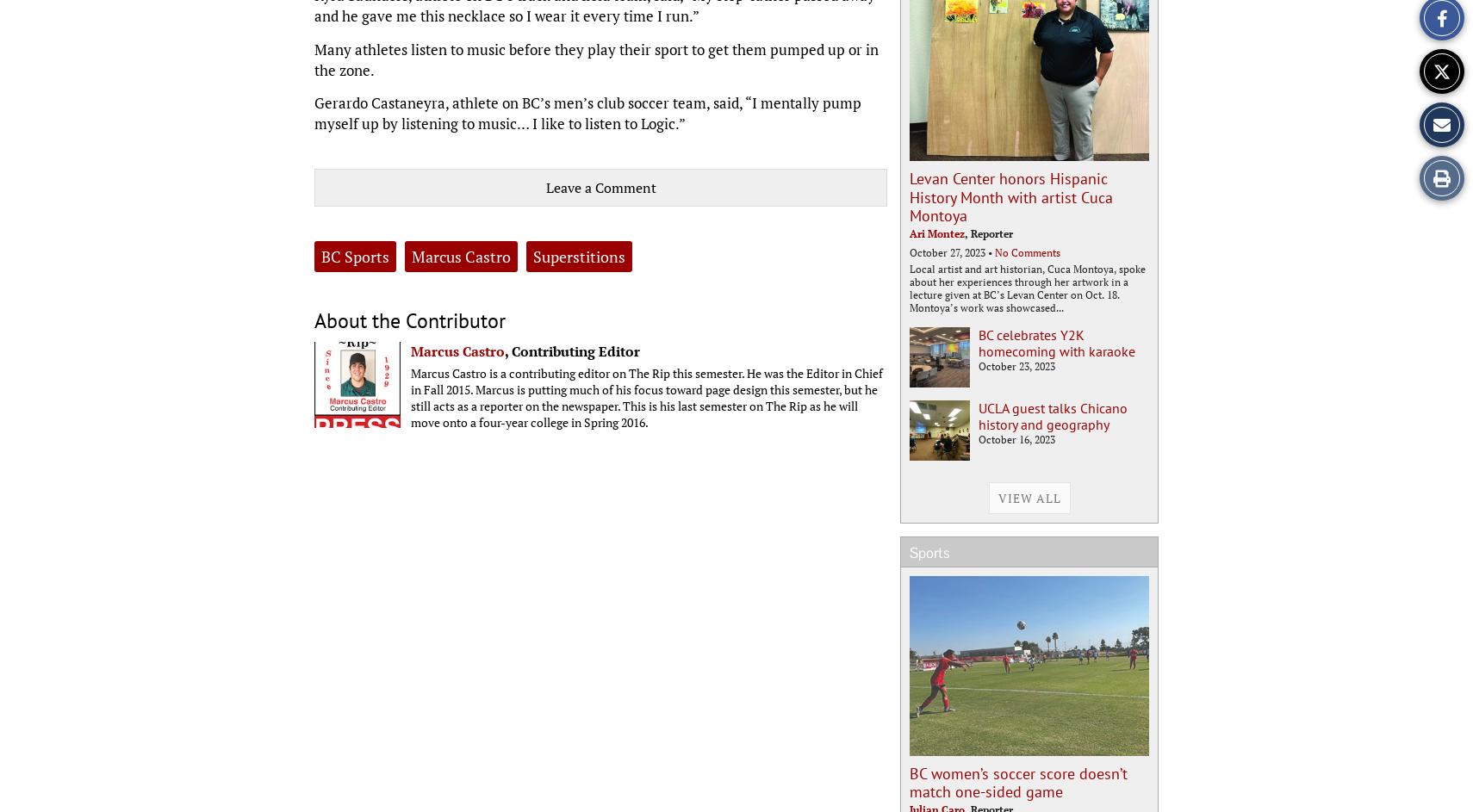  What do you see at coordinates (410, 319) in the screenshot?
I see `'About the Contributor'` at bounding box center [410, 319].